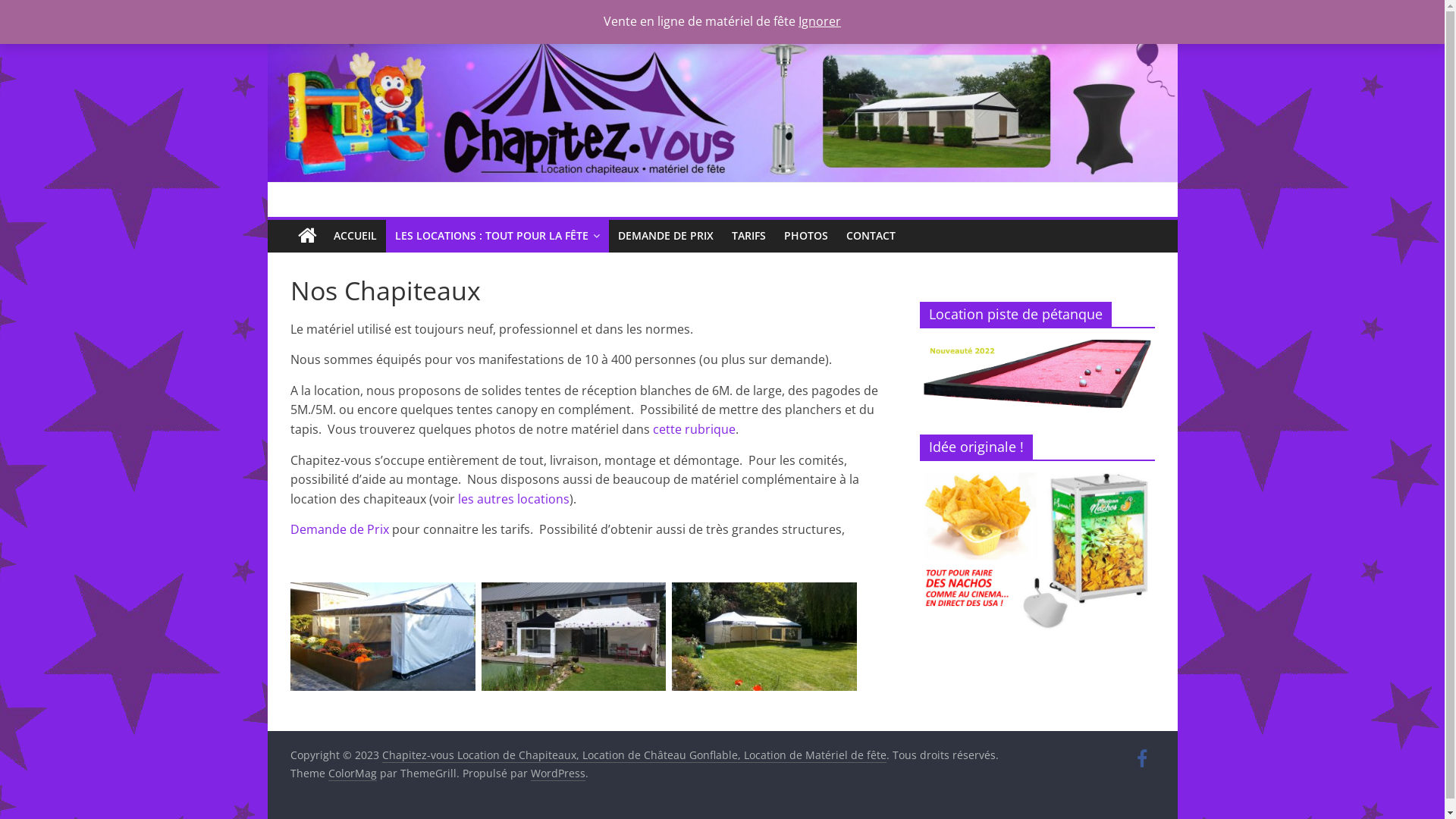  Describe the element at coordinates (513, 499) in the screenshot. I see `'les autres locations'` at that location.